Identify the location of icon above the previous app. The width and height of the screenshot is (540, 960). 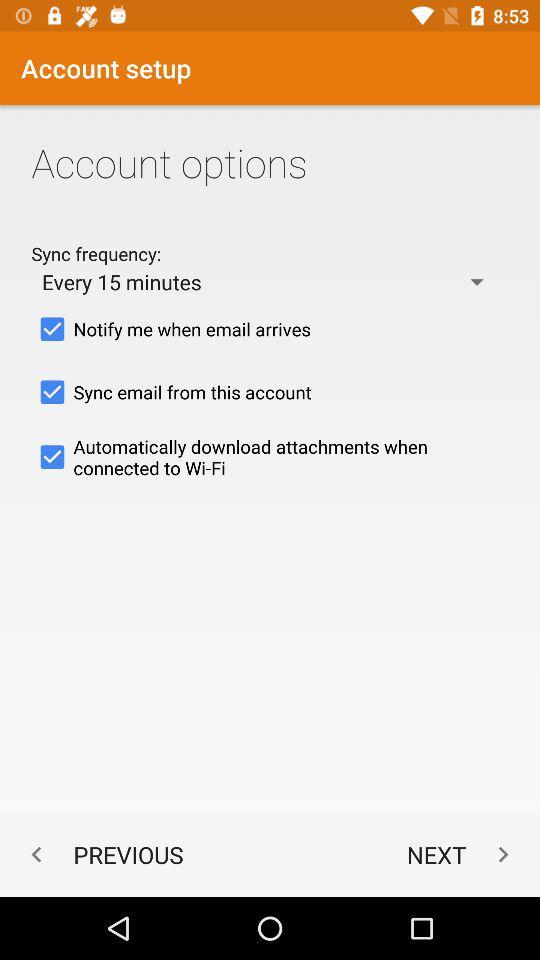
(270, 457).